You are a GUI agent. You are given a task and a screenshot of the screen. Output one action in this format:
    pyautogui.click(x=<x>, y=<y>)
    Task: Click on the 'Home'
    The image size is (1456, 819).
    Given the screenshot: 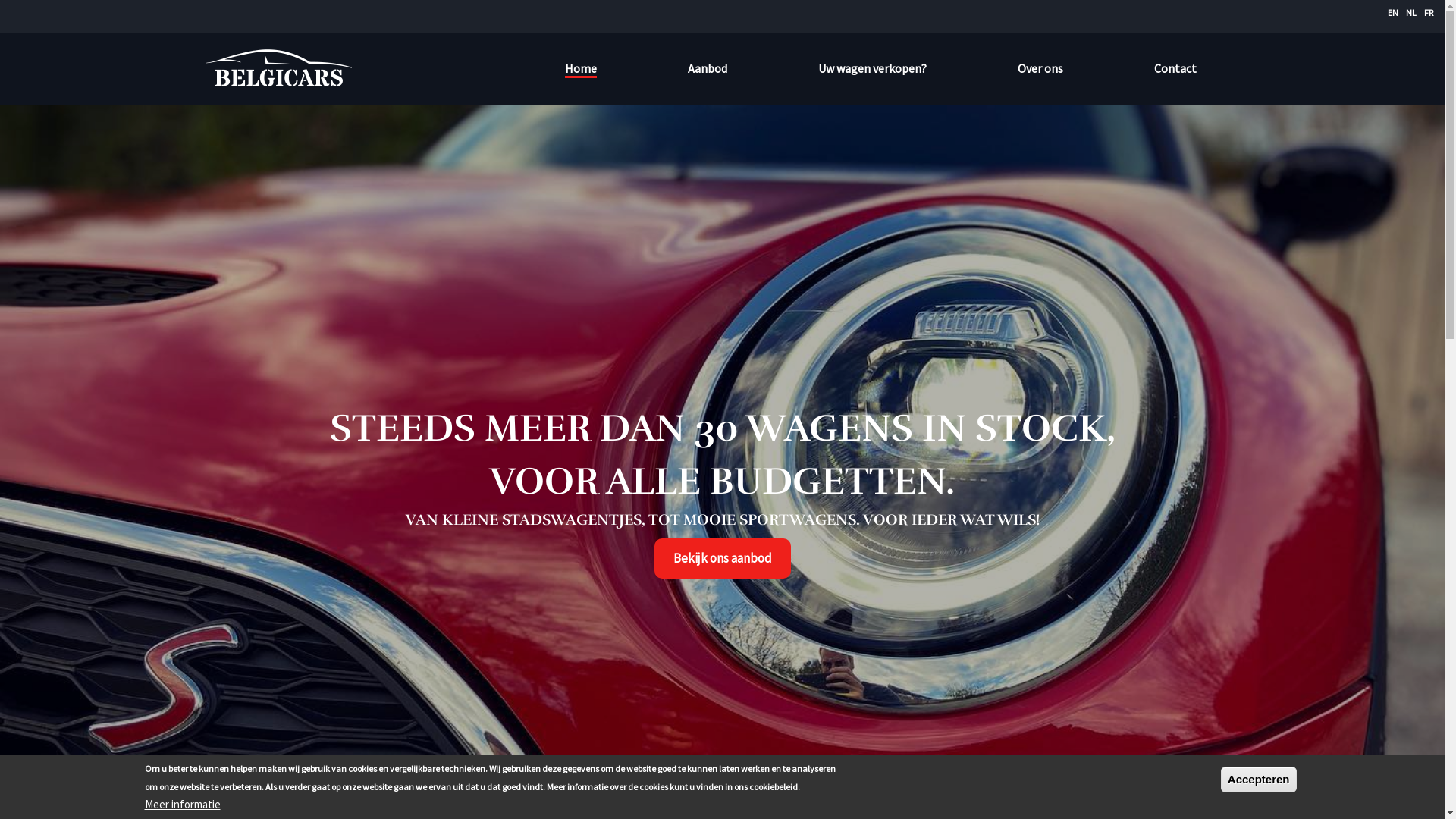 What is the action you would take?
    pyautogui.click(x=579, y=69)
    